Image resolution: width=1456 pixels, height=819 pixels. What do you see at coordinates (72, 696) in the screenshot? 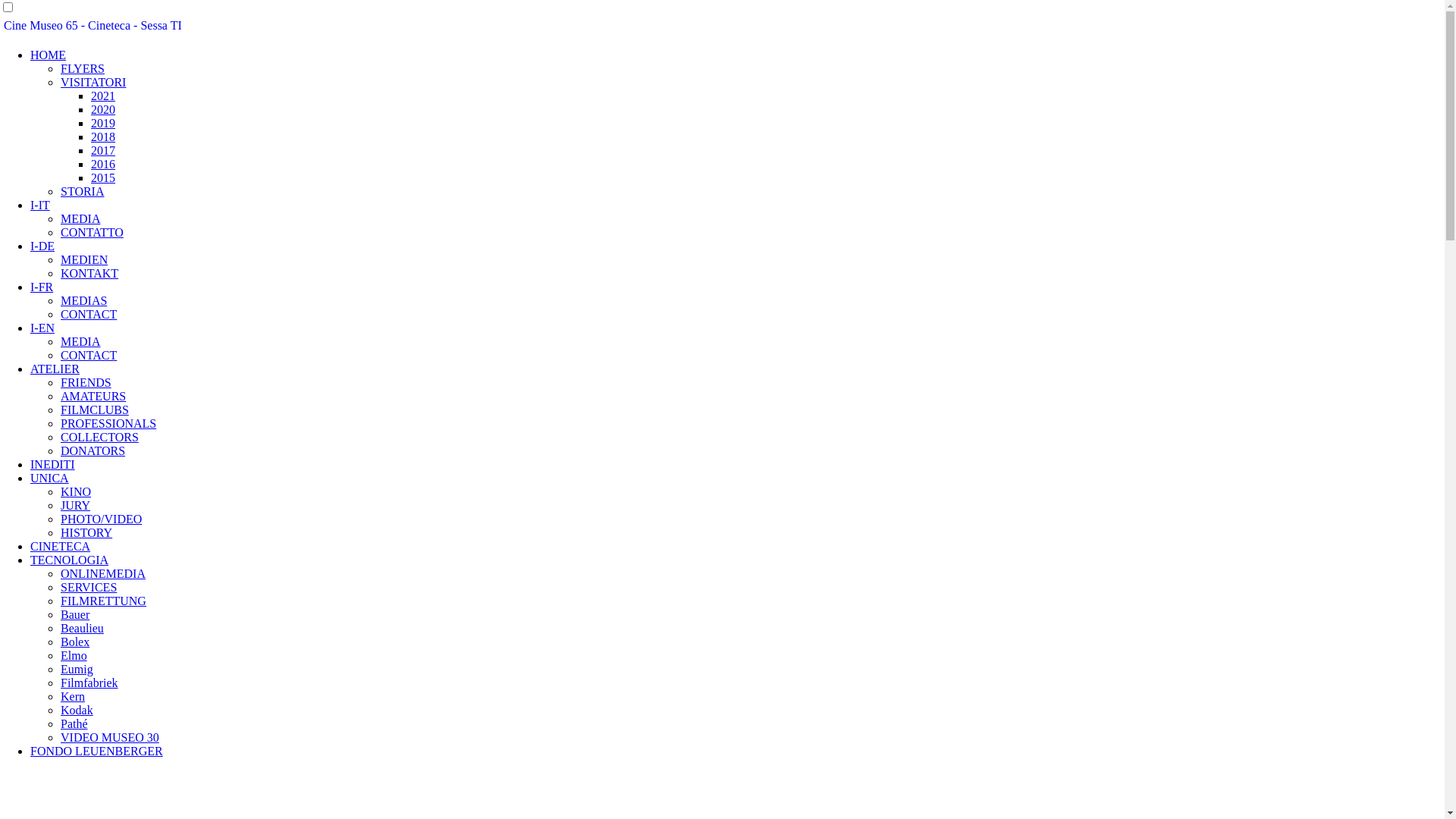
I see `'Kern'` at bounding box center [72, 696].